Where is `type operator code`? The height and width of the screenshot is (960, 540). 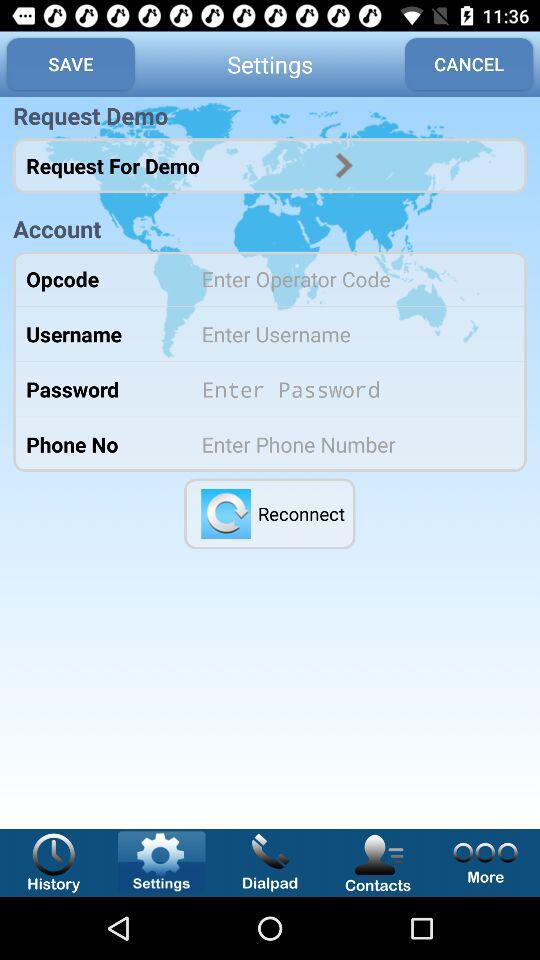 type operator code is located at coordinates (350, 277).